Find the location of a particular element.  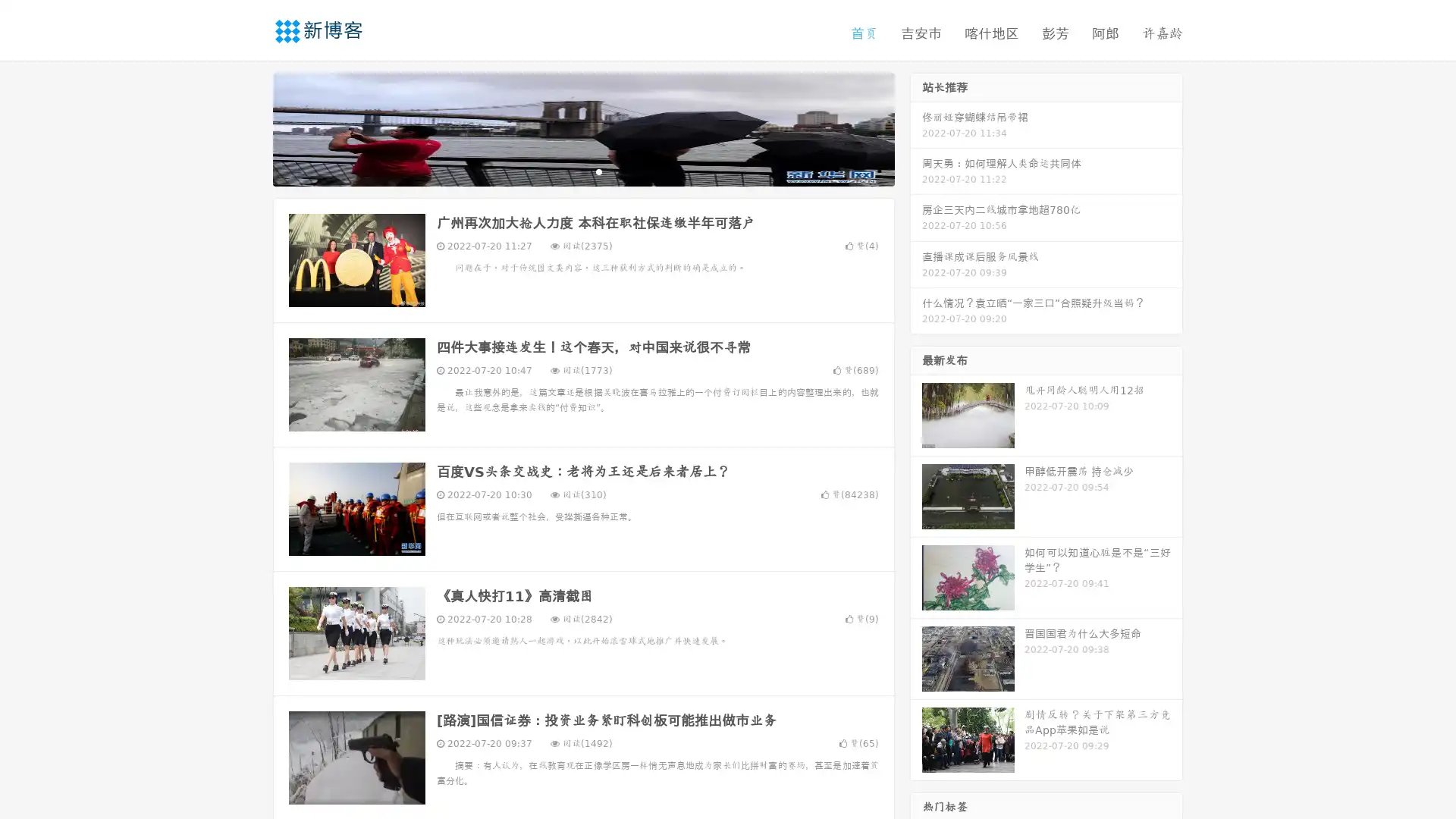

Go to slide 2 is located at coordinates (582, 171).